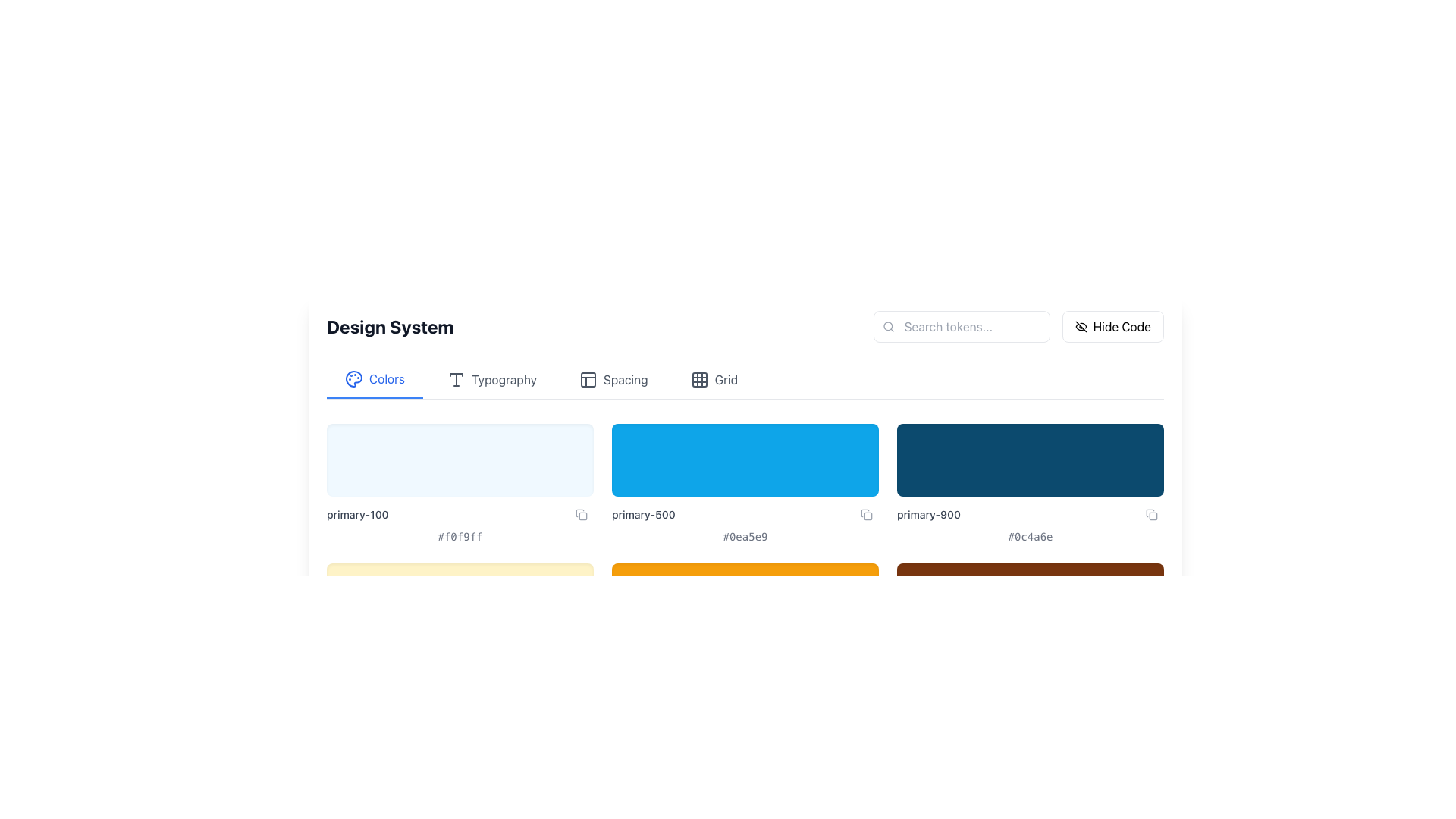 The width and height of the screenshot is (1456, 819). I want to click on the input box within the header section of the Design System to type text, so click(745, 326).